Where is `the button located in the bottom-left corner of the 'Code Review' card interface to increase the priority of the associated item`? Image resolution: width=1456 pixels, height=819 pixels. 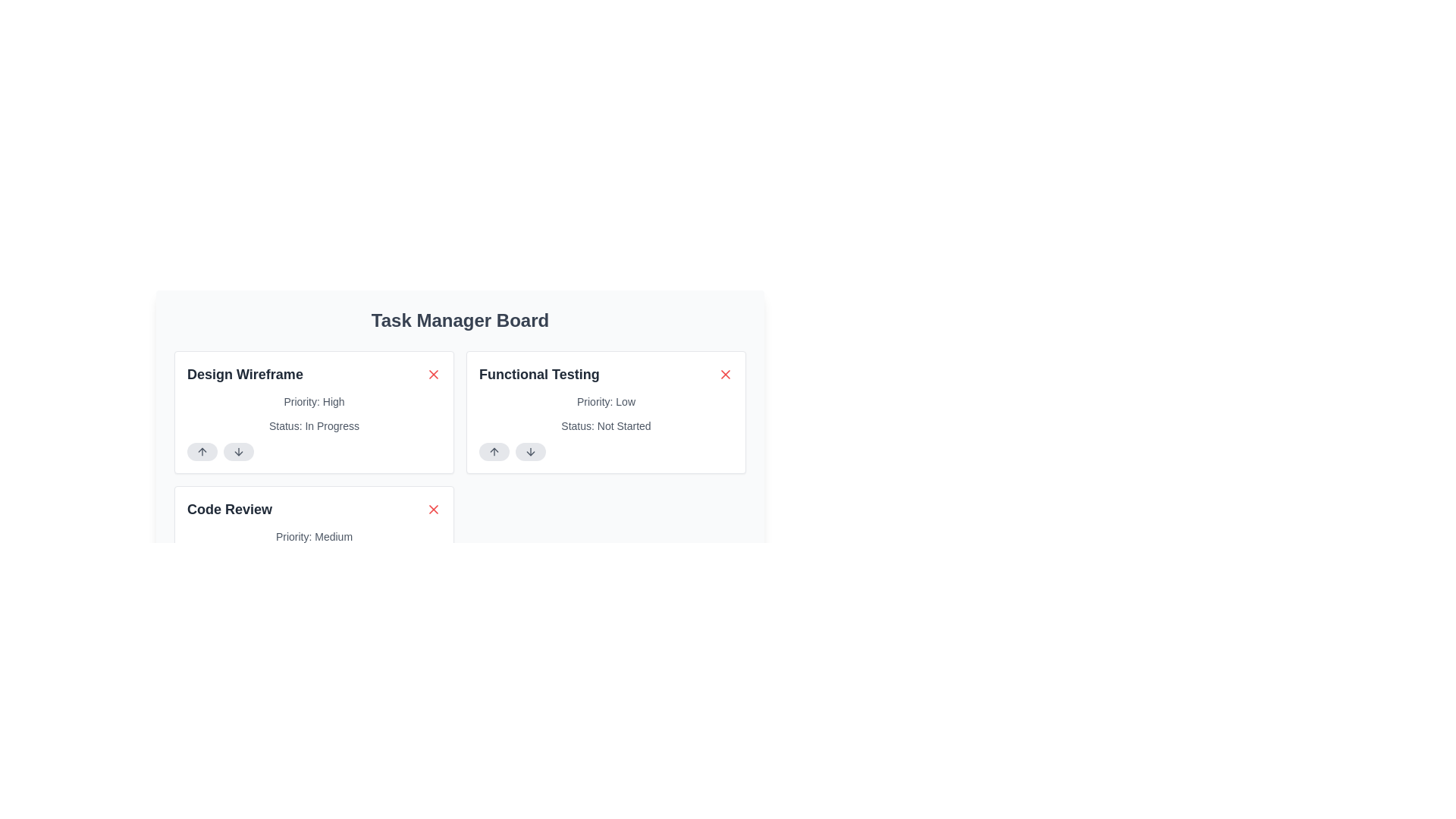 the button located in the bottom-left corner of the 'Code Review' card interface to increase the priority of the associated item is located at coordinates (202, 586).